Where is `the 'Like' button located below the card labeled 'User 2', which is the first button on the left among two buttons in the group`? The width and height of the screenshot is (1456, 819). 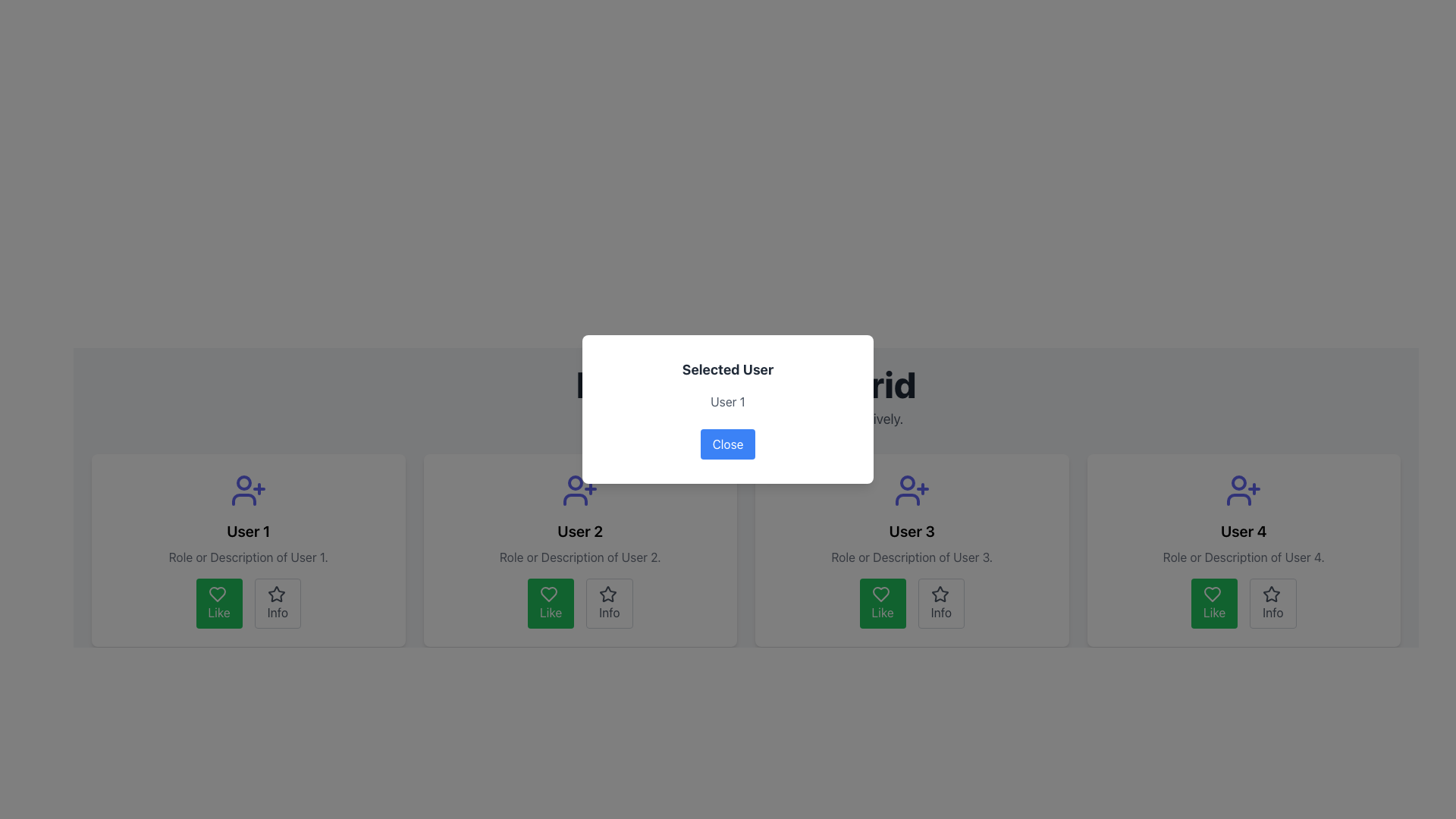 the 'Like' button located below the card labeled 'User 2', which is the first button on the left among two buttons in the group is located at coordinates (550, 602).